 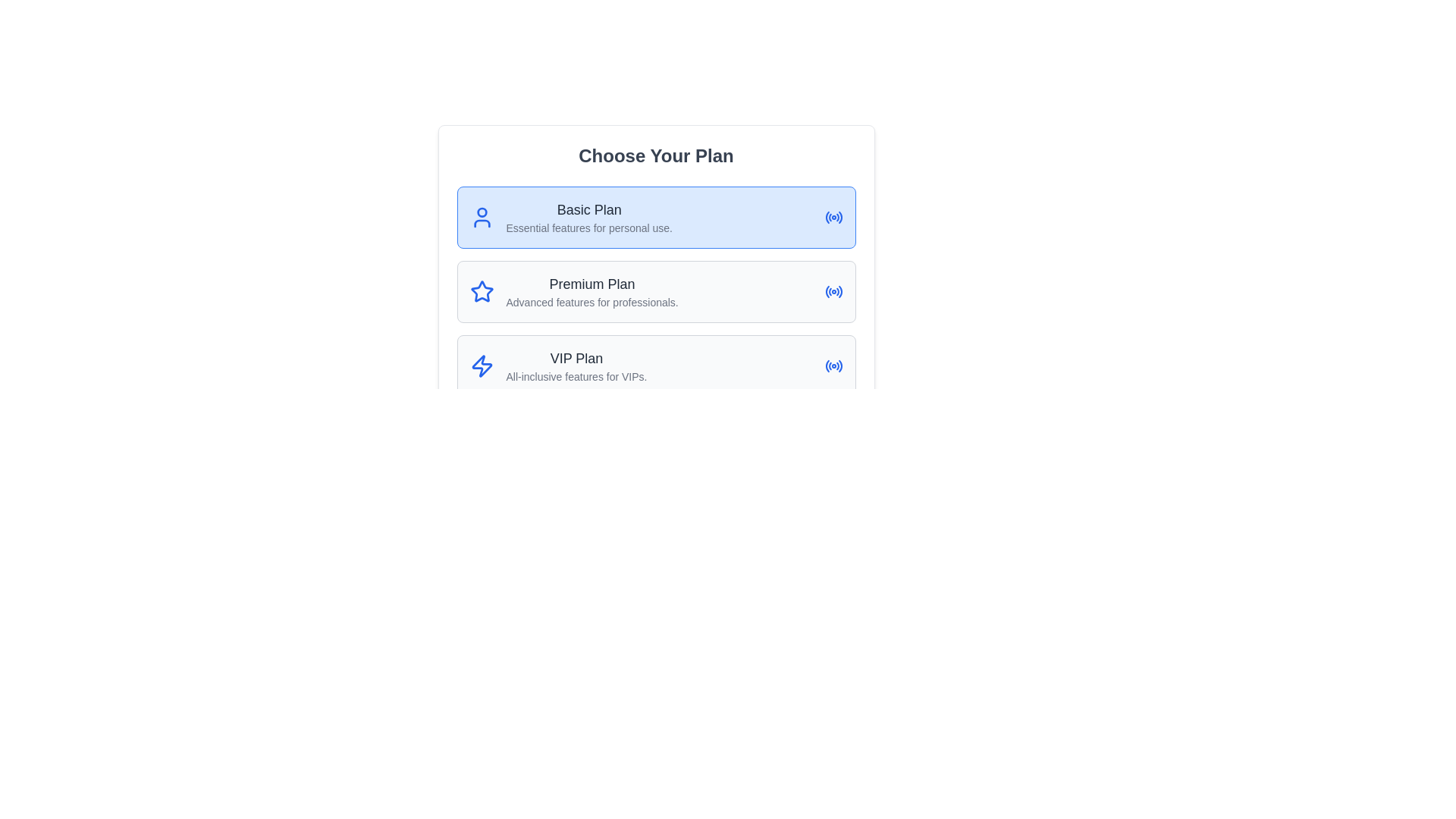 What do you see at coordinates (481, 212) in the screenshot?
I see `the Decorative SVG circle component that represents the head of a user profile, located within the blue-highlighted rectangle labeled 'Basic Plan'` at bounding box center [481, 212].